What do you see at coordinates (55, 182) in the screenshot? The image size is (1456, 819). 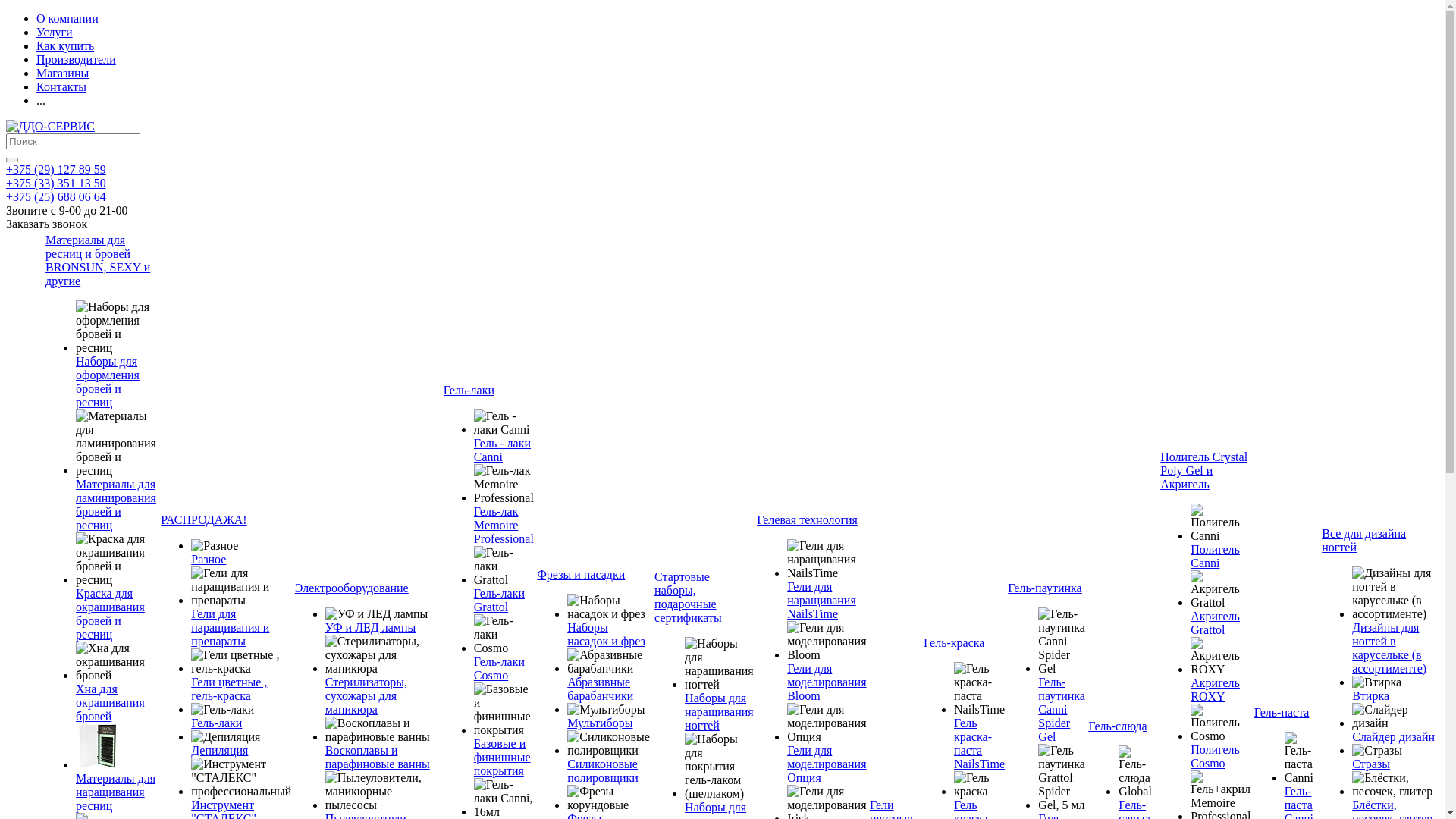 I see `'+375 (33) 351 13 50'` at bounding box center [55, 182].